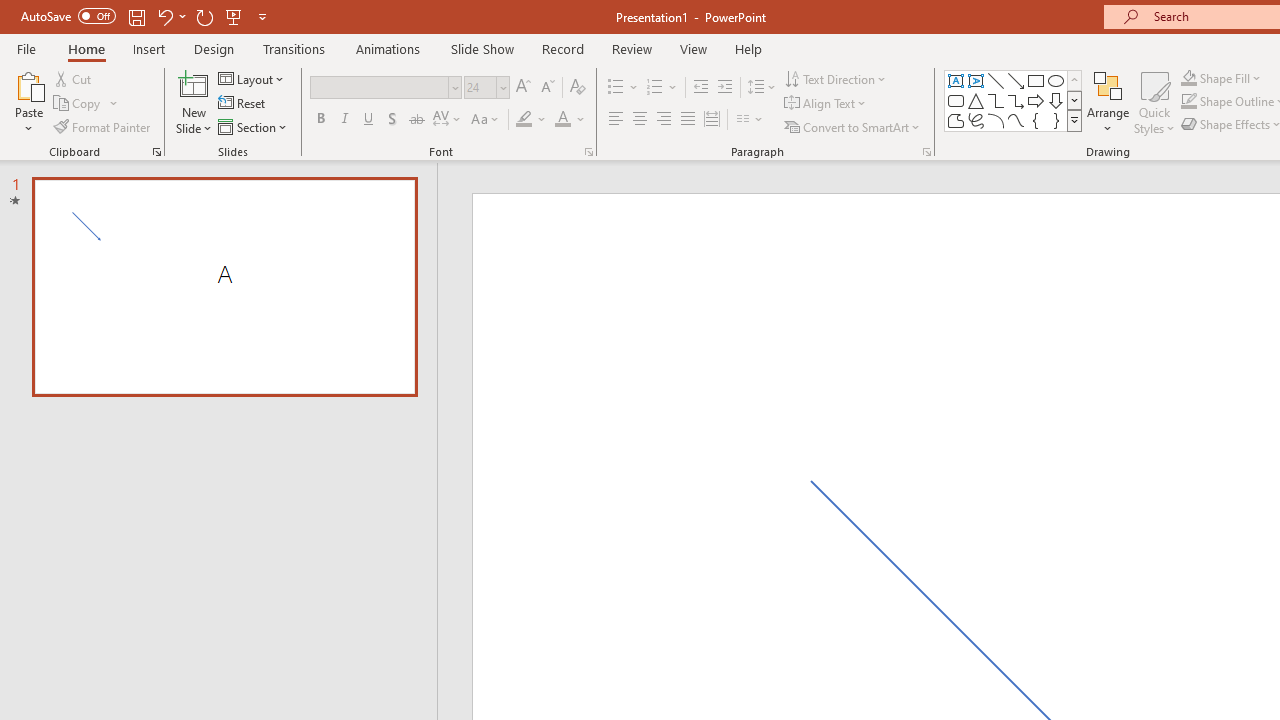  I want to click on 'Slide A', so click(224, 286).